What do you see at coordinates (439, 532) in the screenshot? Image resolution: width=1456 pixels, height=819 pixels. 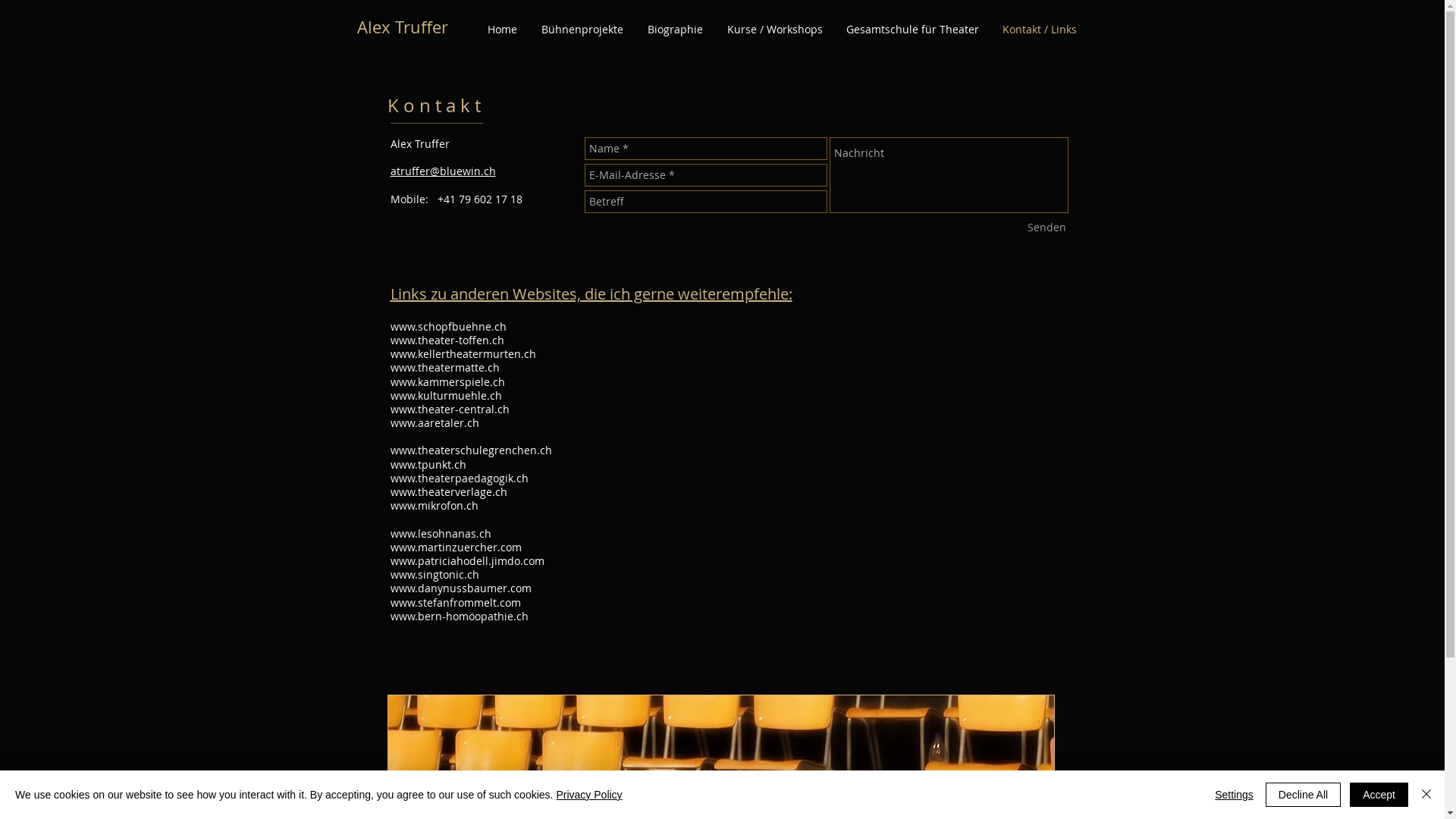 I see `'www.lesohnanas.ch'` at bounding box center [439, 532].